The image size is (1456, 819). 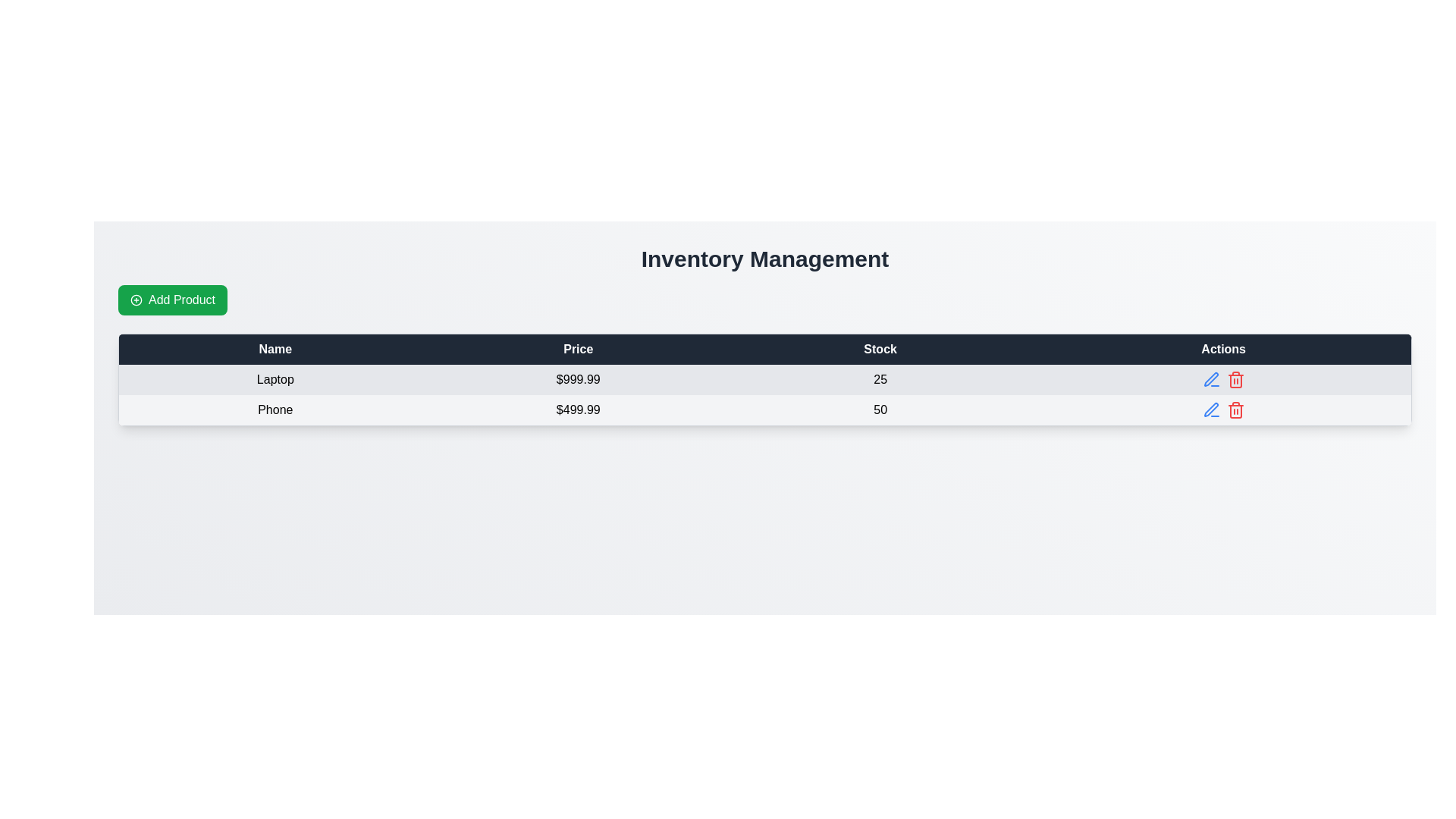 What do you see at coordinates (764, 409) in the screenshot?
I see `the second table row in the 'Inventory Management' section that displays 'Phone' under the 'Name' column, '$499.99' under the 'Price', and '50' under the 'Stock'` at bounding box center [764, 409].